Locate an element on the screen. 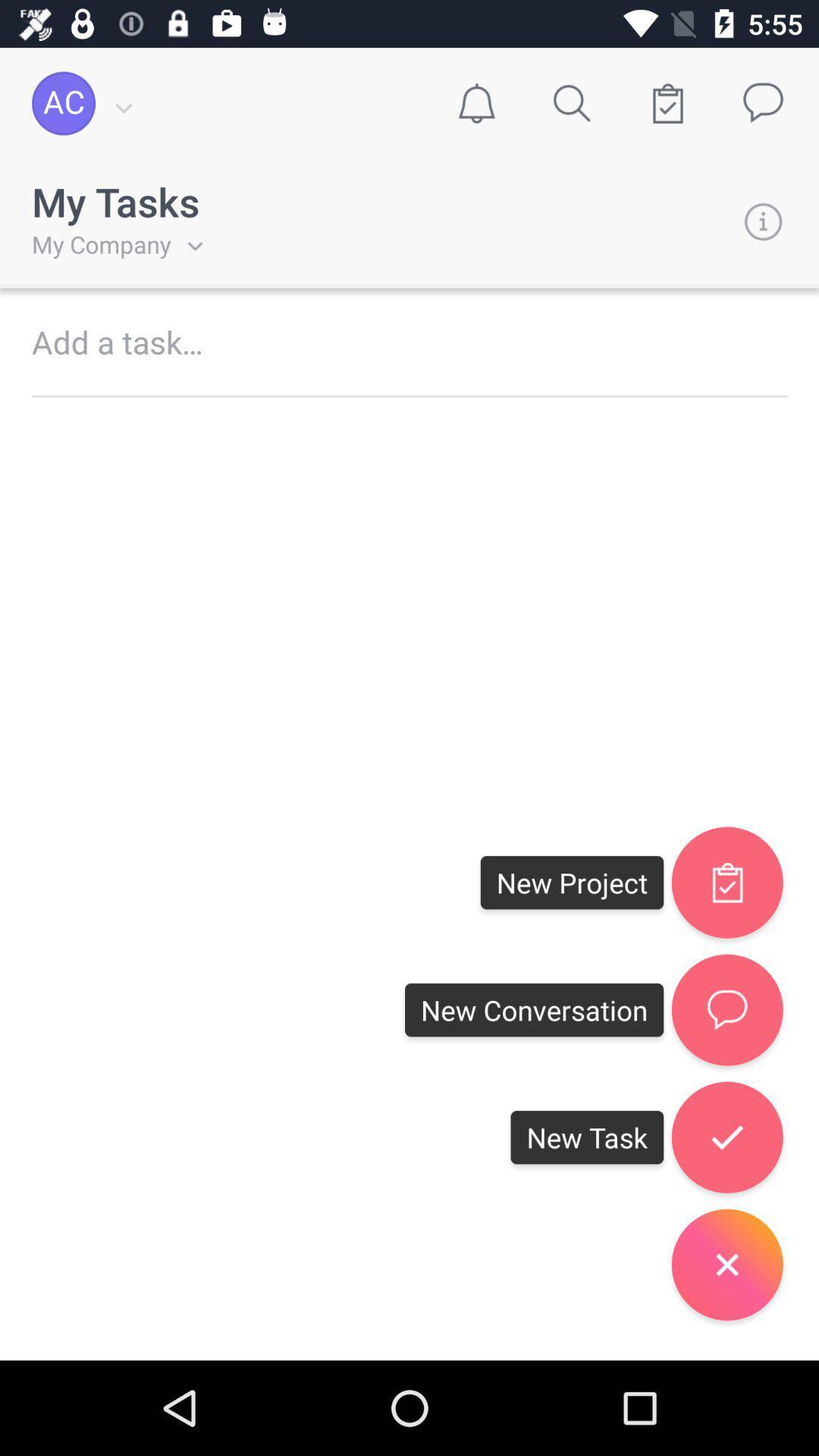 Image resolution: width=819 pixels, height=1456 pixels. the icon right to the search is located at coordinates (667, 103).